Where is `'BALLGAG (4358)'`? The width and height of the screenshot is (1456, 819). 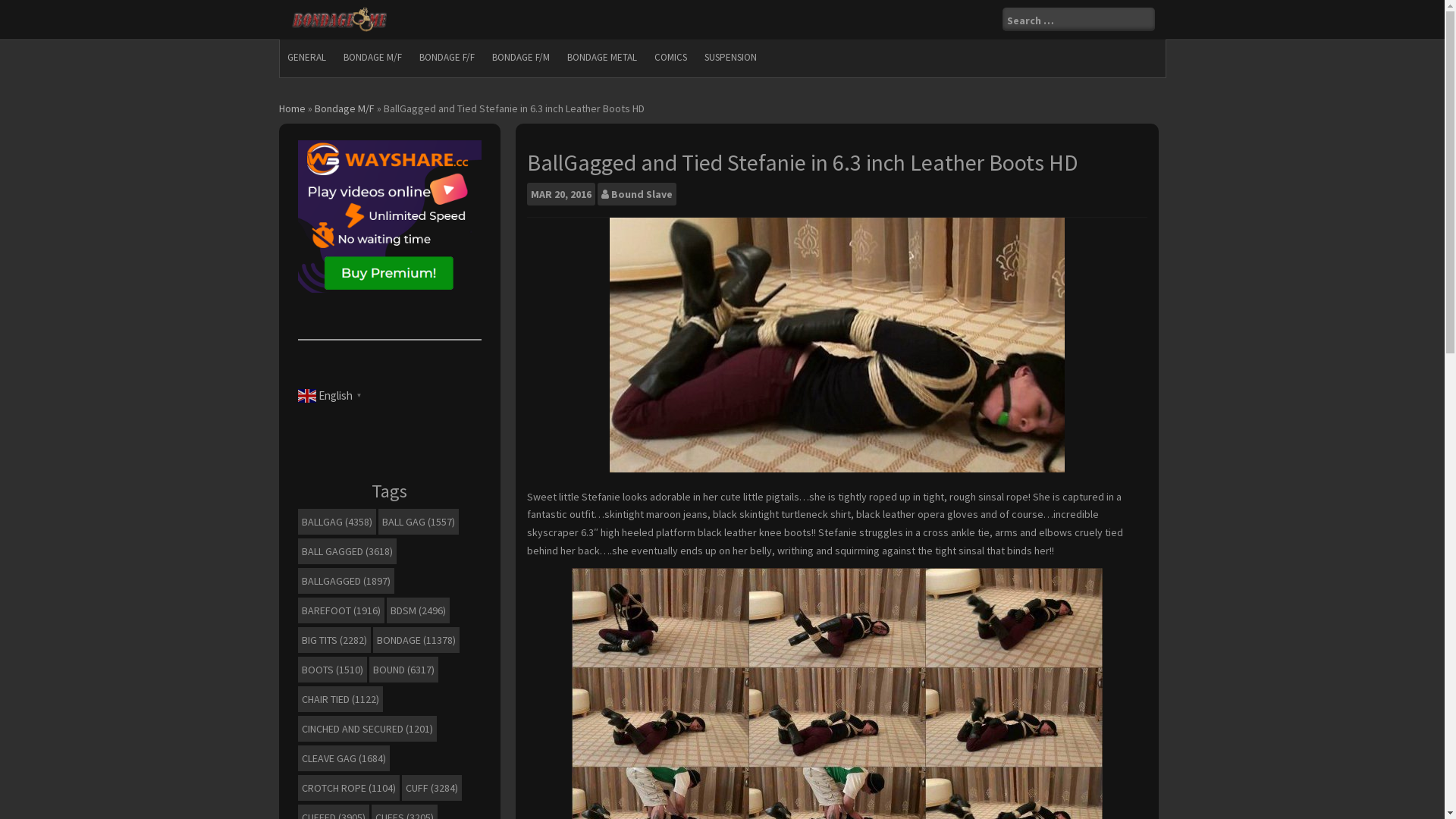
'BALLGAG (4358)' is located at coordinates (335, 520).